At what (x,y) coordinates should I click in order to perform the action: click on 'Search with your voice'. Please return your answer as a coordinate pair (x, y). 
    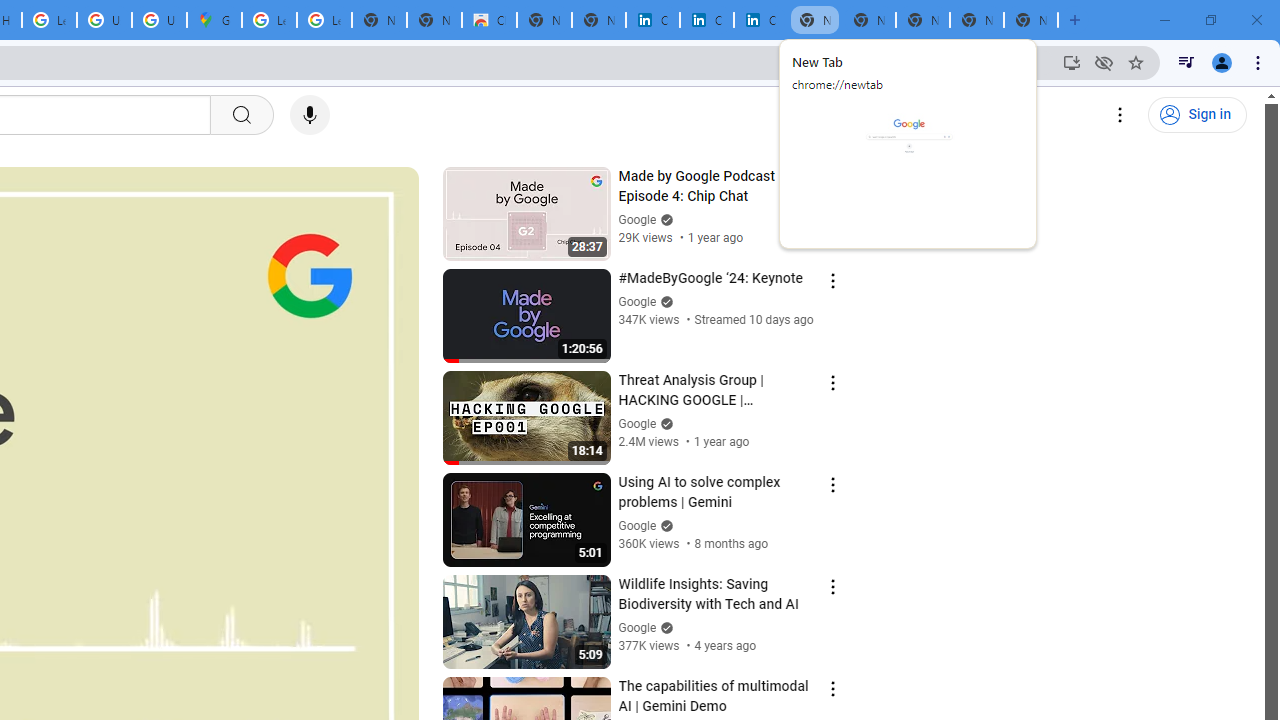
    Looking at the image, I should click on (308, 115).